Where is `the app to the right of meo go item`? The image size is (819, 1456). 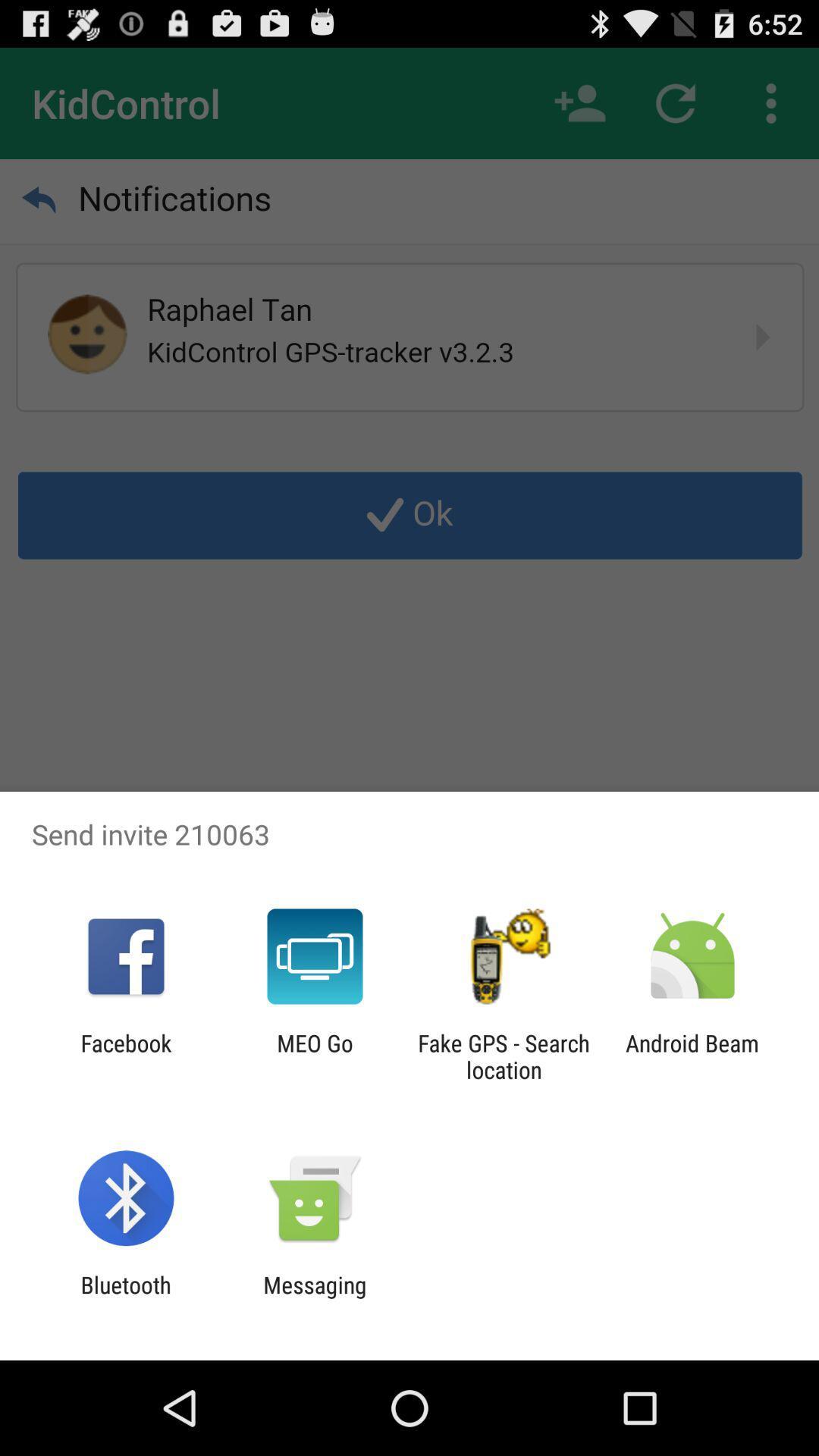 the app to the right of meo go item is located at coordinates (504, 1056).